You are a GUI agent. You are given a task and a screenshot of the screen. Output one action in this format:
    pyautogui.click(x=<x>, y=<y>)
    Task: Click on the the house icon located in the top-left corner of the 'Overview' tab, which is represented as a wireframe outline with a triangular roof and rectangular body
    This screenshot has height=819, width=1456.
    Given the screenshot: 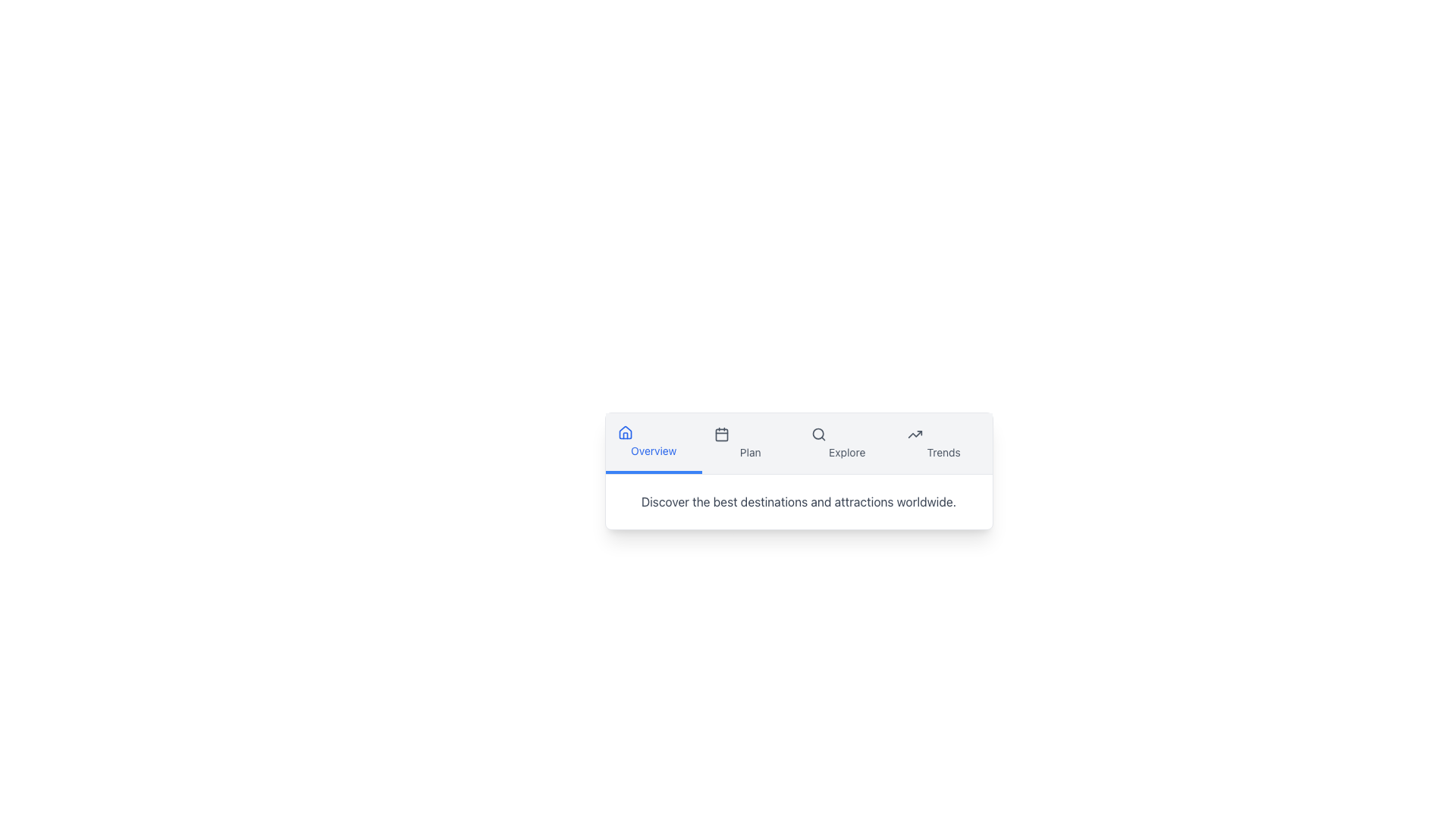 What is the action you would take?
    pyautogui.click(x=625, y=432)
    